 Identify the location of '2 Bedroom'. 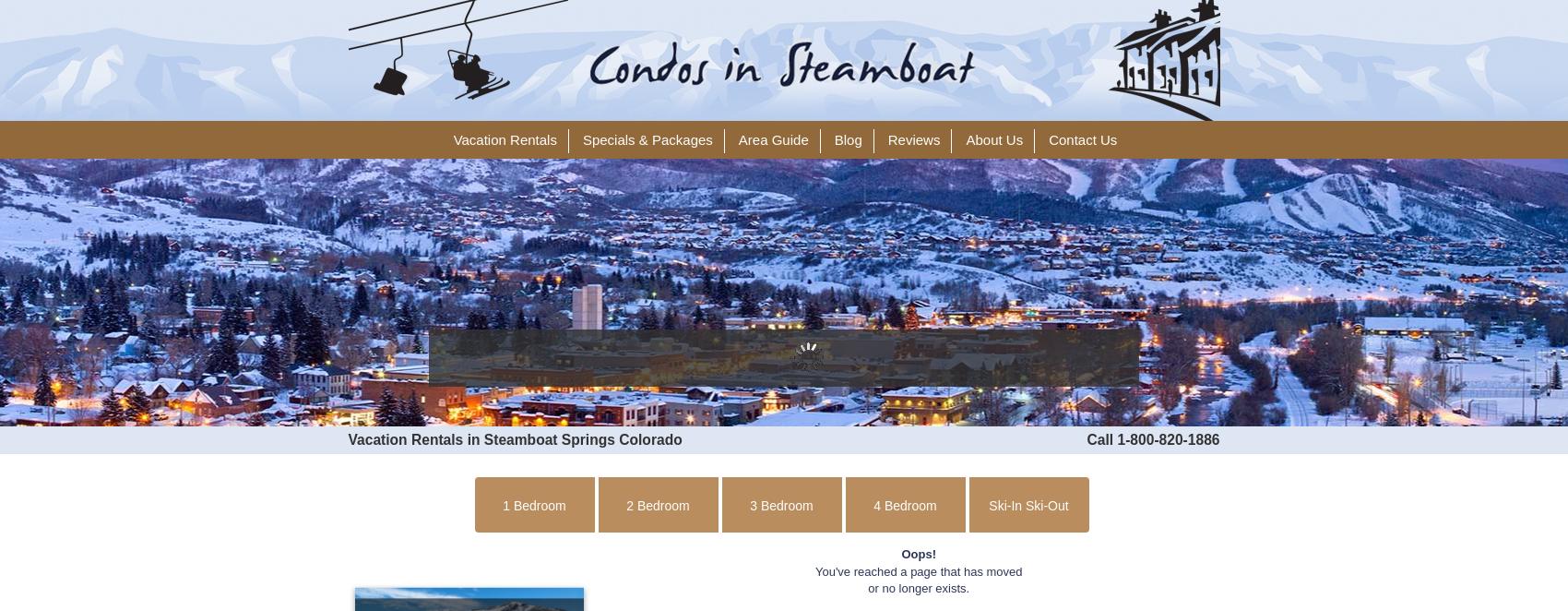
(657, 506).